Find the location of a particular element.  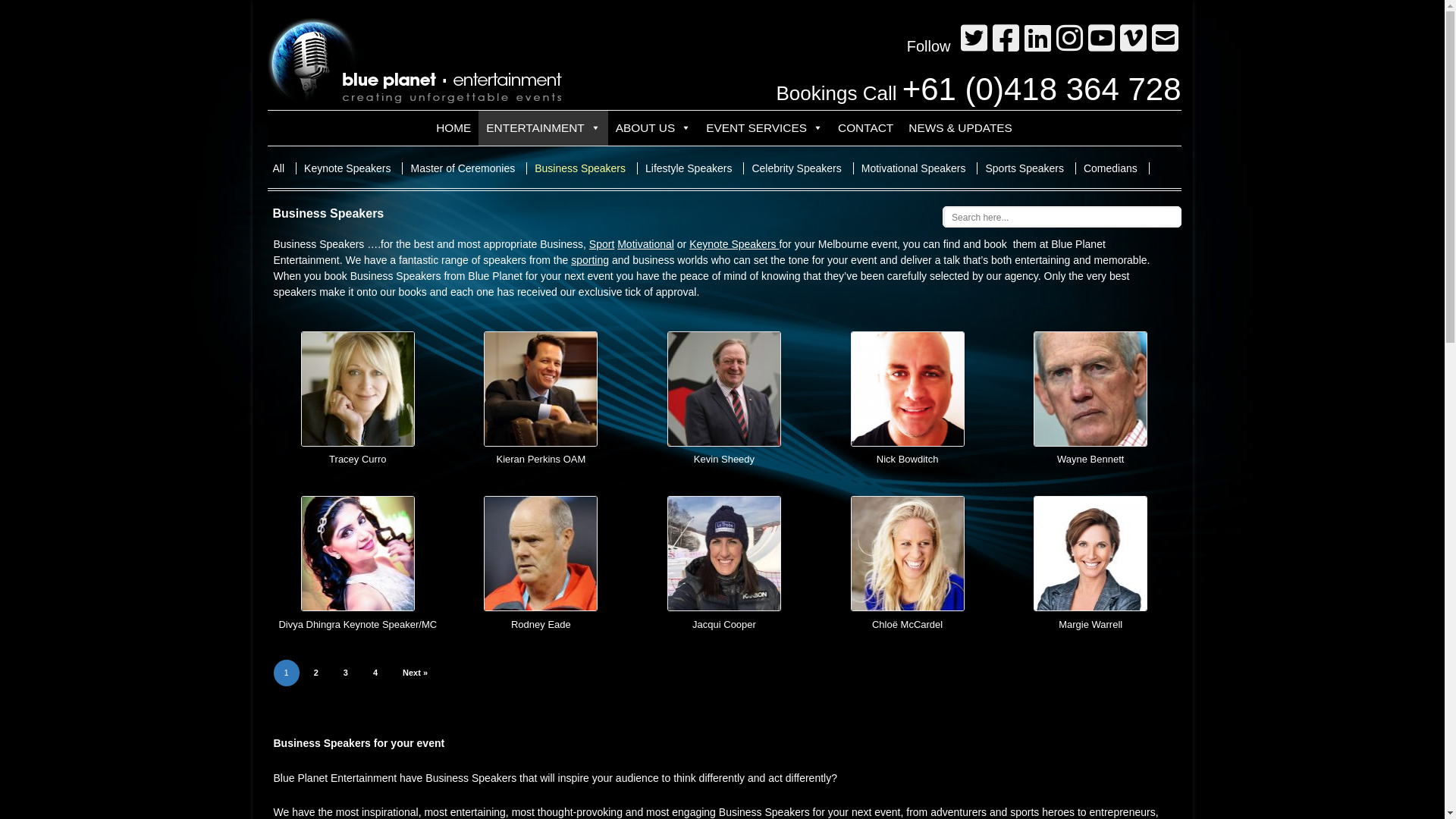

'All' is located at coordinates (284, 168).